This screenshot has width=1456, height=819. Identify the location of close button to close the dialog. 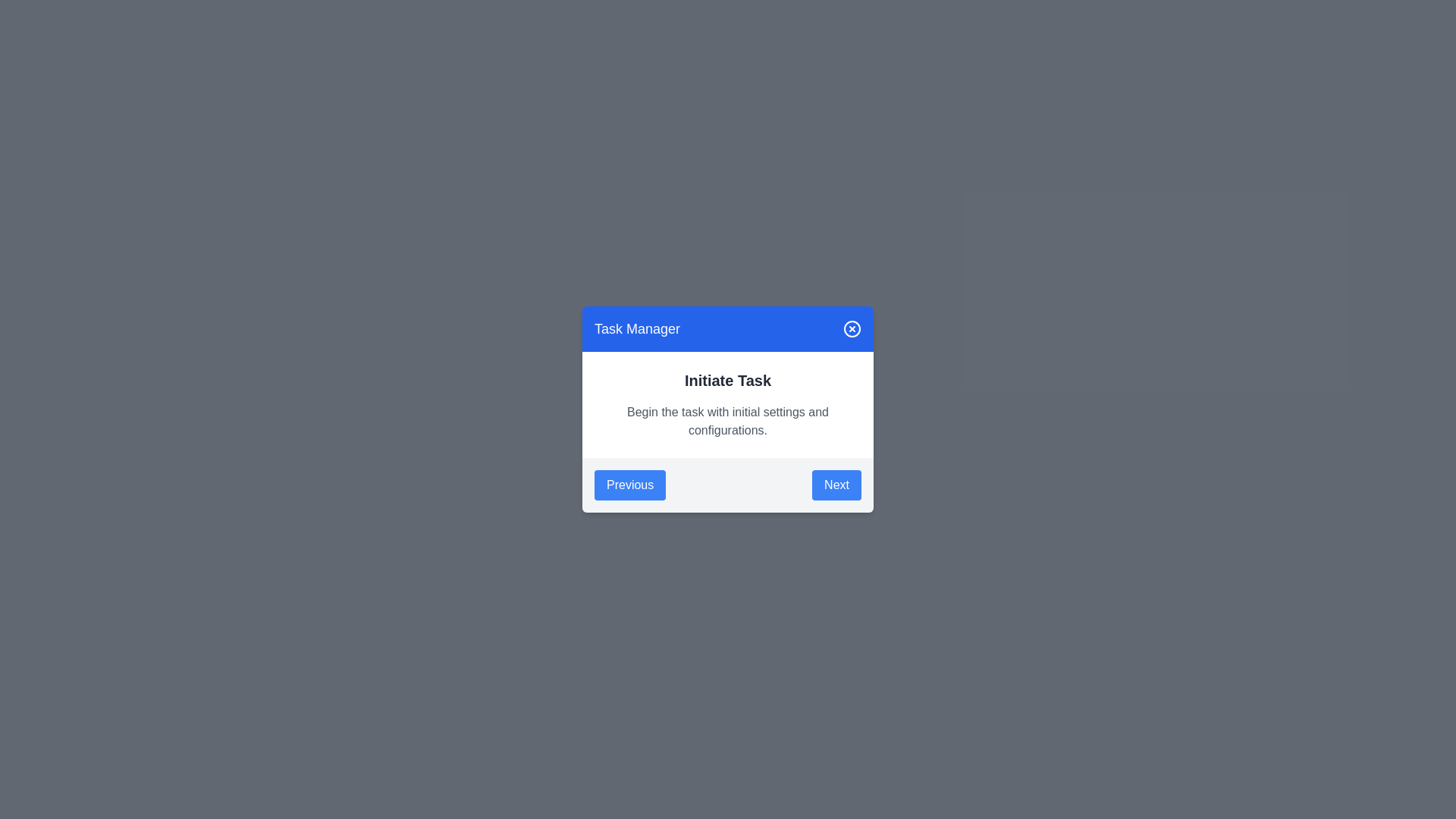
(852, 328).